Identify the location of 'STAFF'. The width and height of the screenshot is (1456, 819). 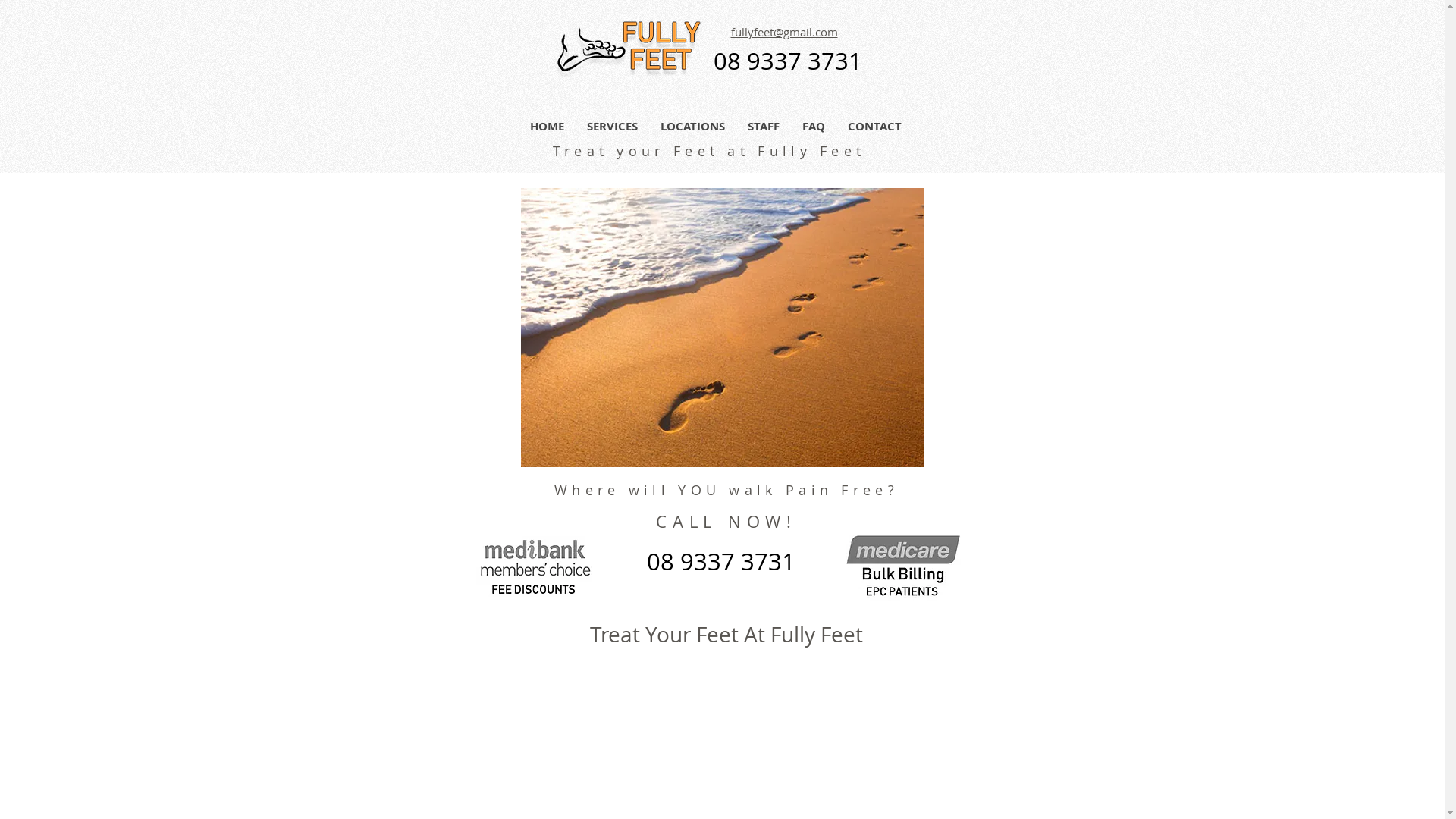
(763, 125).